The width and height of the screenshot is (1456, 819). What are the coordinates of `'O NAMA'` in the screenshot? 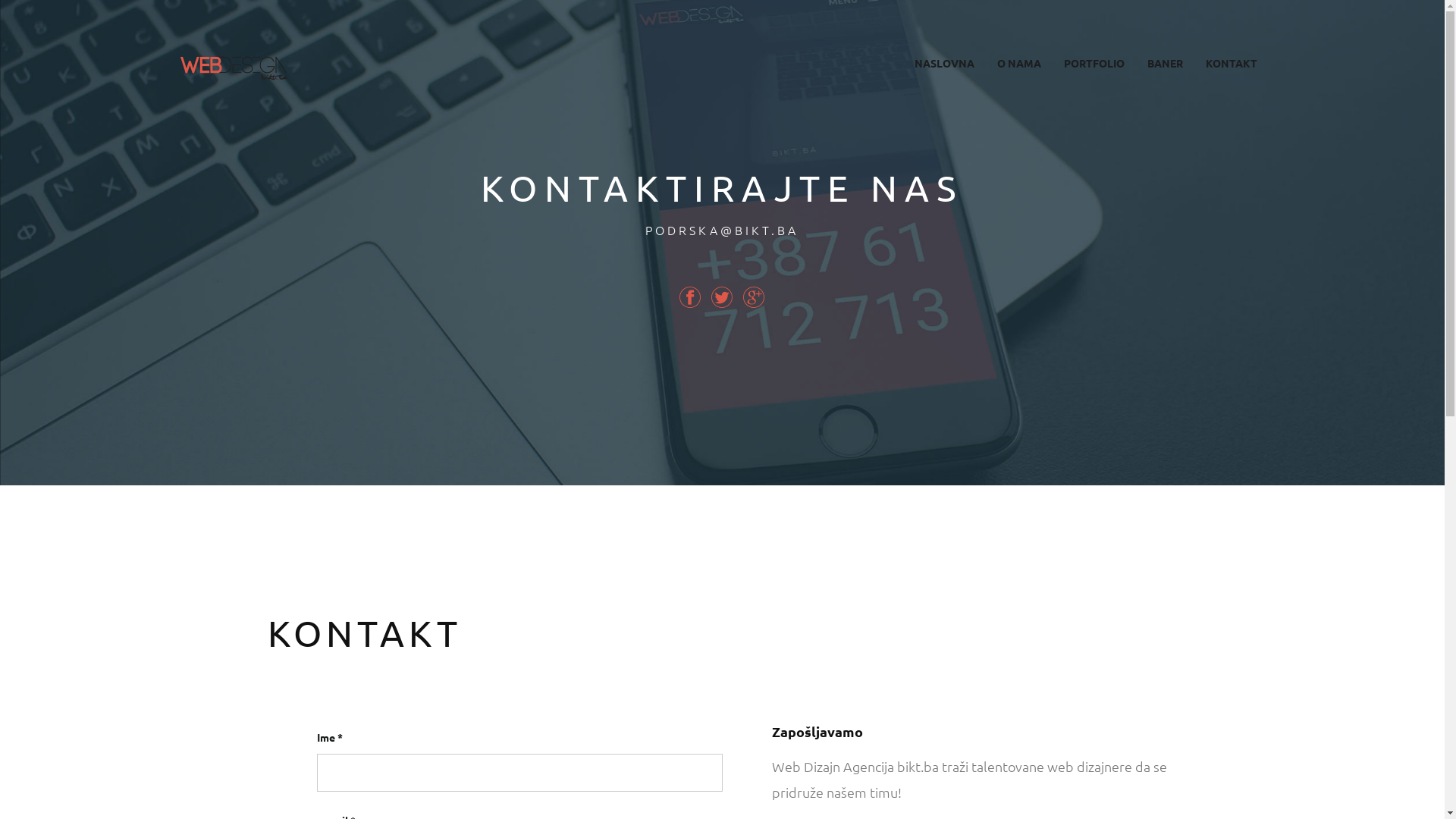 It's located at (1019, 63).